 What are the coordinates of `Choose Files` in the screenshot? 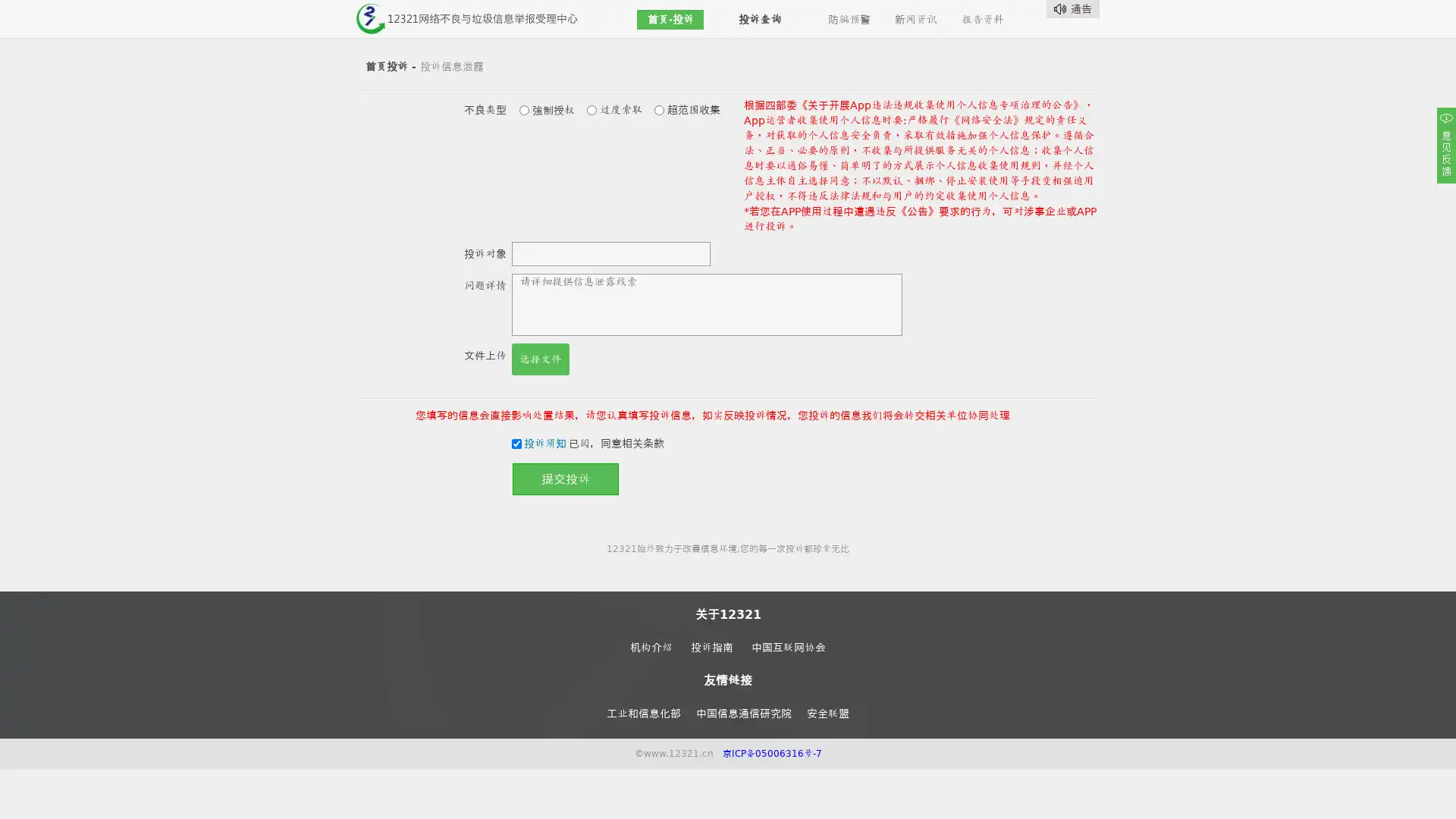 It's located at (550, 351).